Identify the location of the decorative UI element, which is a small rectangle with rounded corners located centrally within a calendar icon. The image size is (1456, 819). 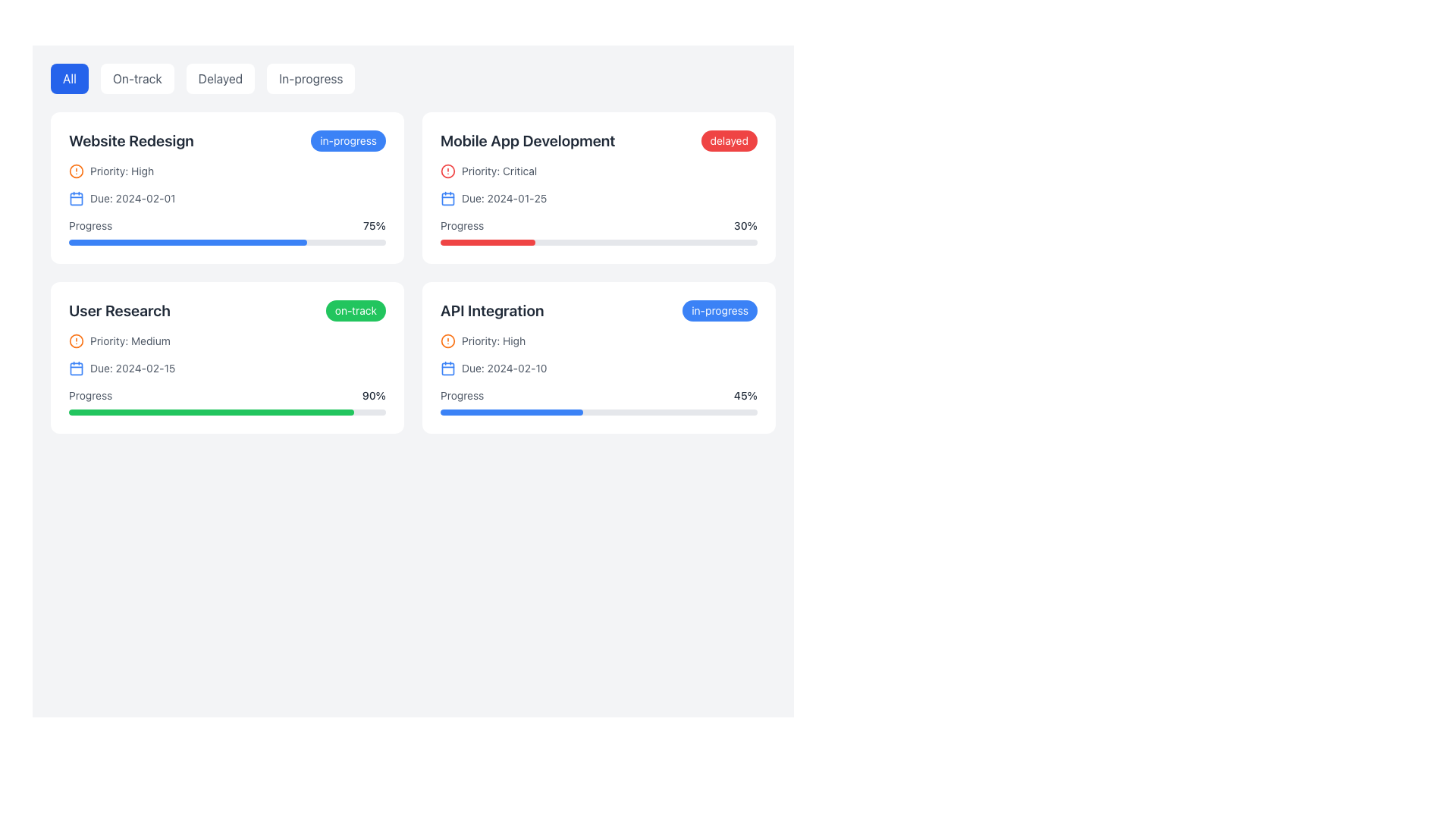
(447, 198).